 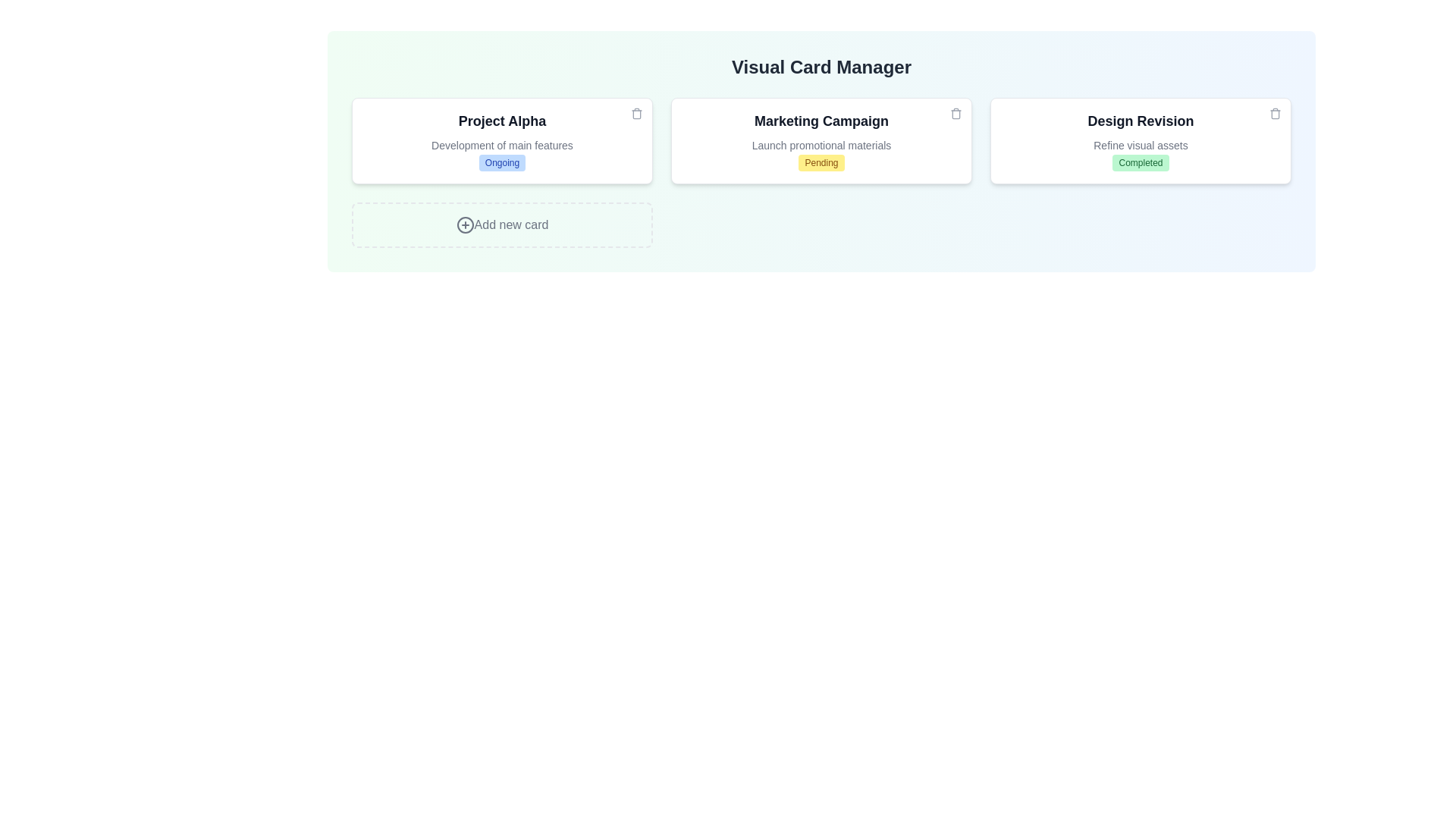 What do you see at coordinates (1274, 113) in the screenshot?
I see `delete button on the card titled Design Revision to remove it` at bounding box center [1274, 113].